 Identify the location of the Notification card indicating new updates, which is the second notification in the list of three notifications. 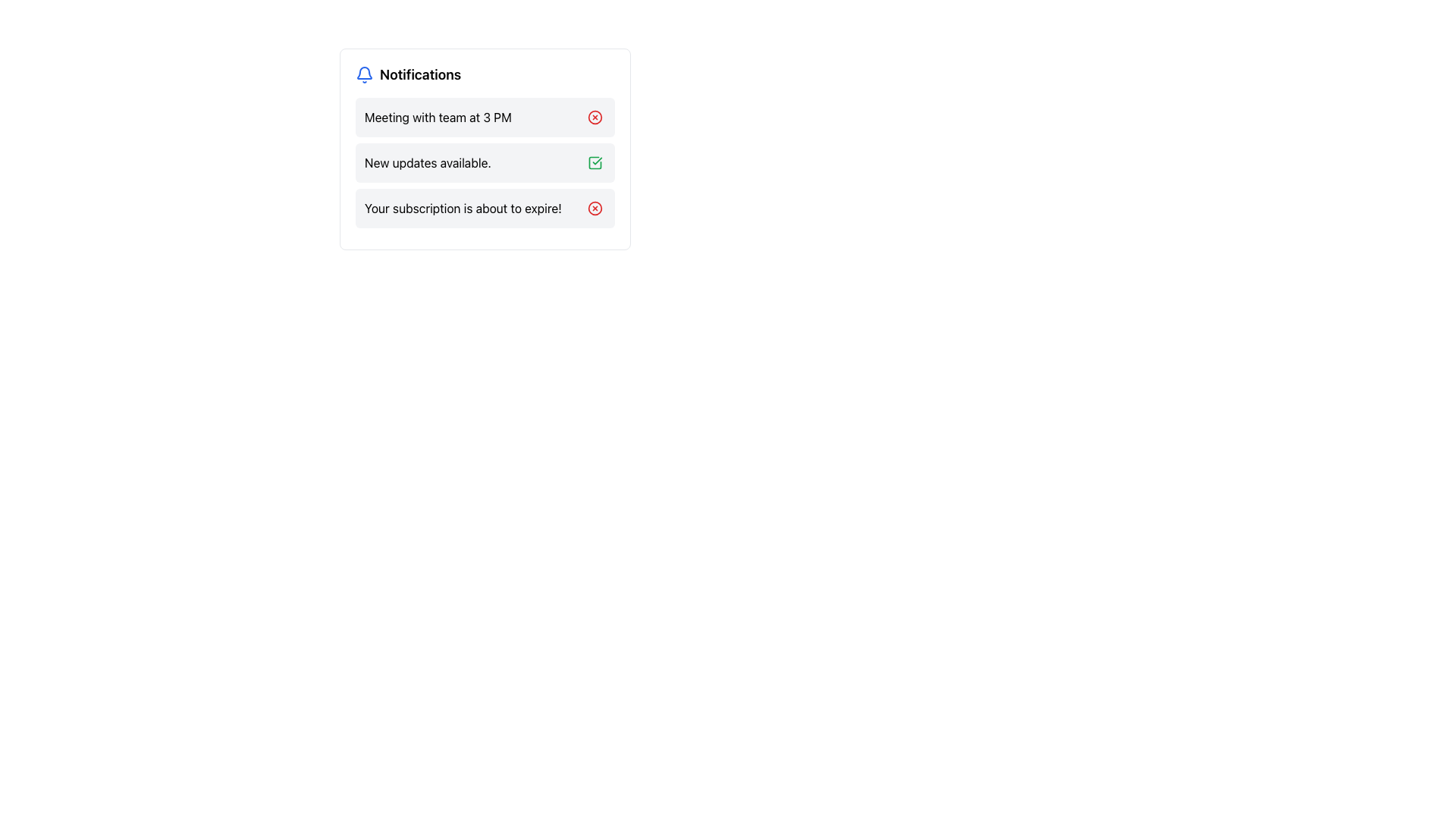
(484, 163).